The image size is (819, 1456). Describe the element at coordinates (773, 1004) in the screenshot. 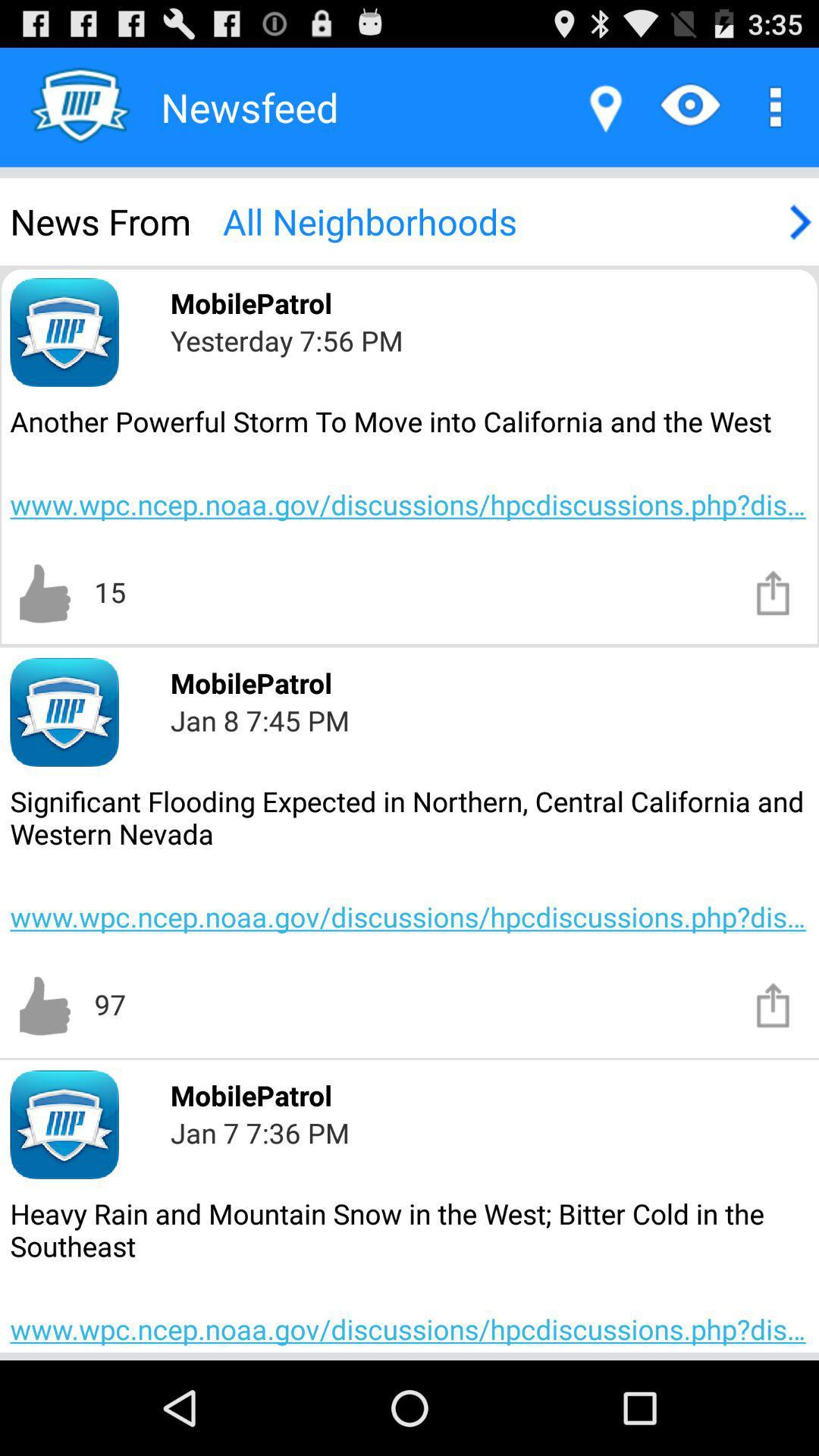

I see `share post` at that location.